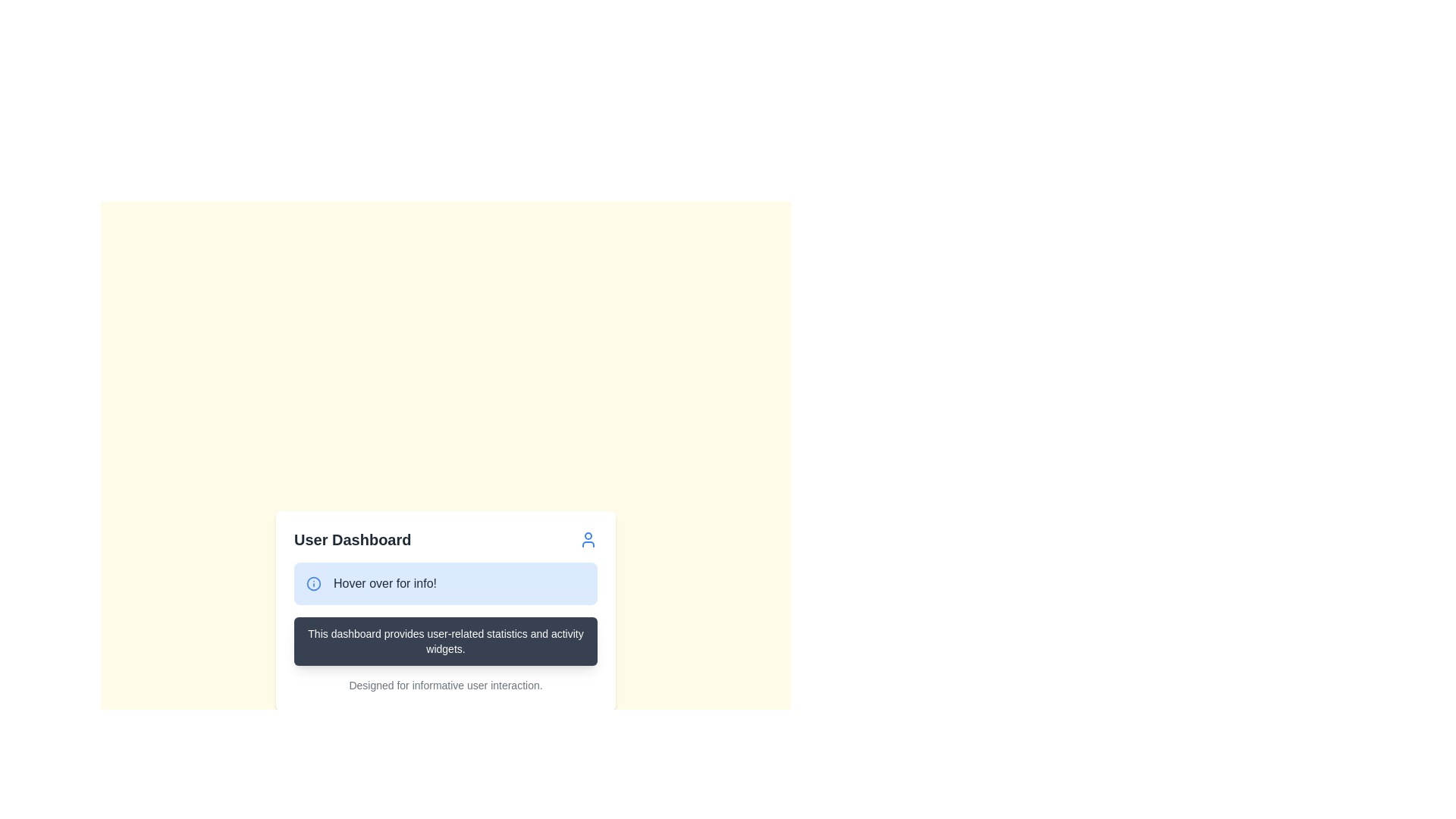  Describe the element at coordinates (445, 614) in the screenshot. I see `the Informational Tooltip/Message Box located below the header 'User Dashboard' and above the caption 'Designed for informative user interaction.'` at that location.